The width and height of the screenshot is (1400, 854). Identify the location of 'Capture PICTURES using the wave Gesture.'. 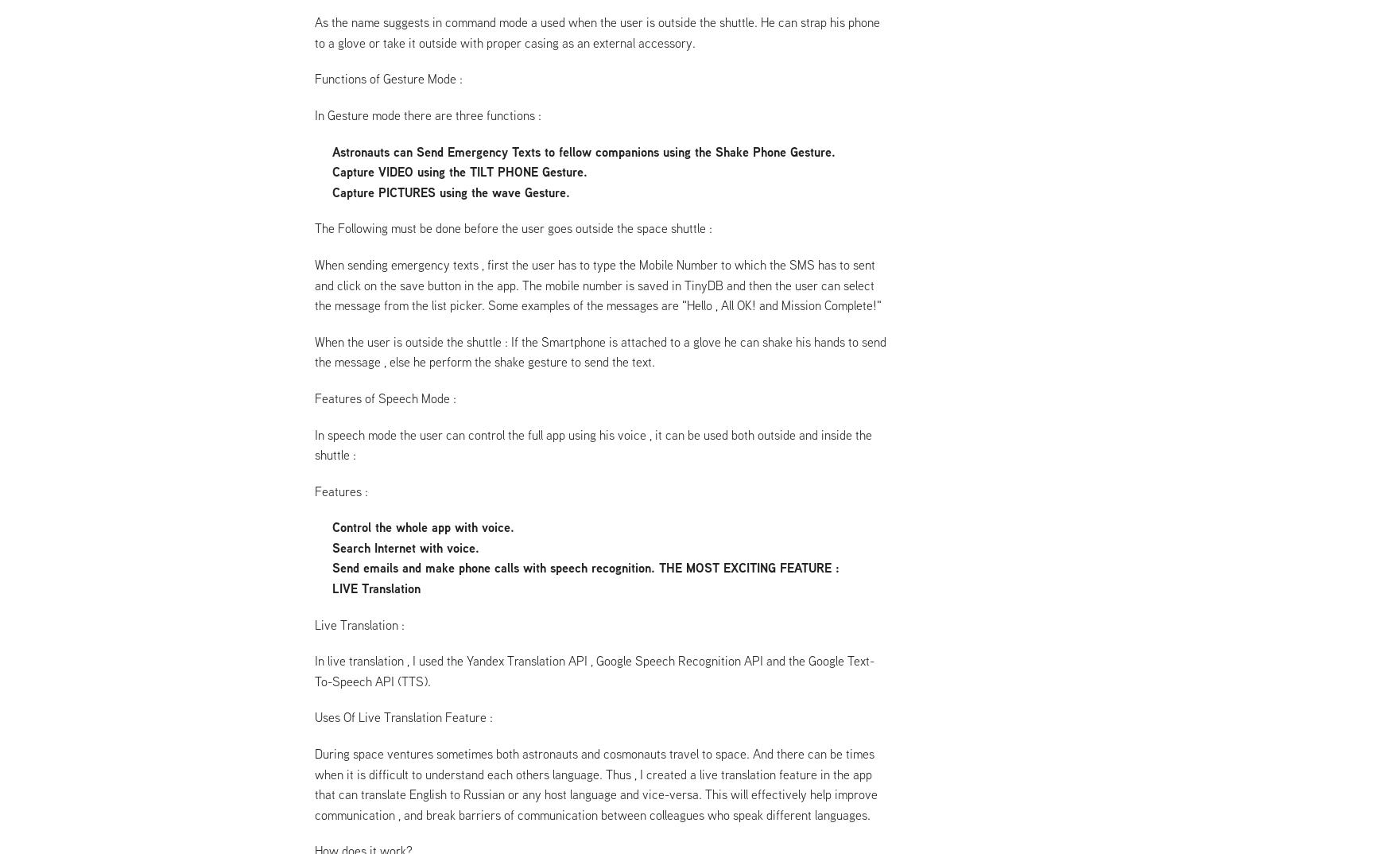
(449, 191).